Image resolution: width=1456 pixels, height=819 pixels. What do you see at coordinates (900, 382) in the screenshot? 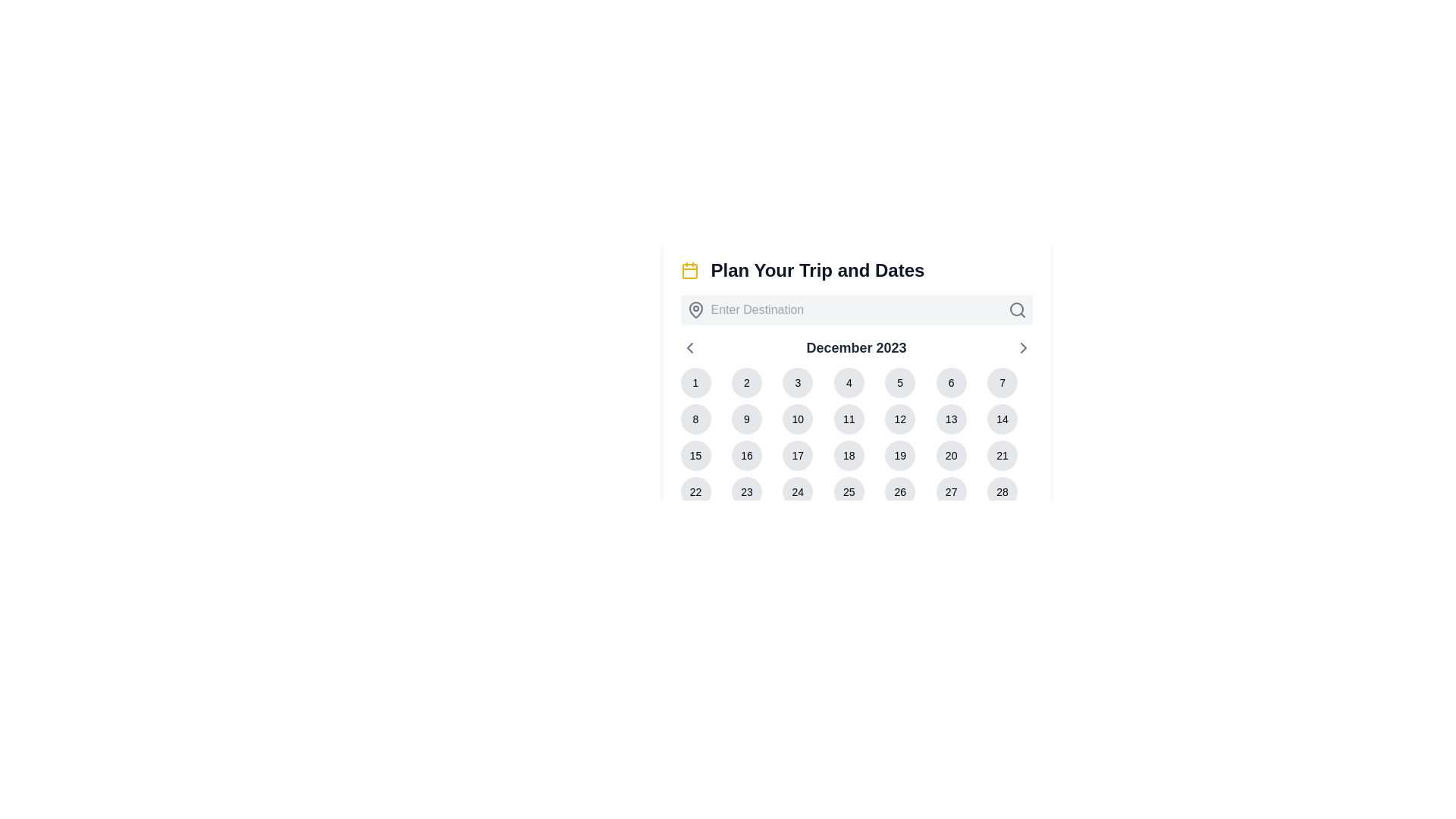
I see `the button representing the date '5th' in the December 2023 calendar` at bounding box center [900, 382].